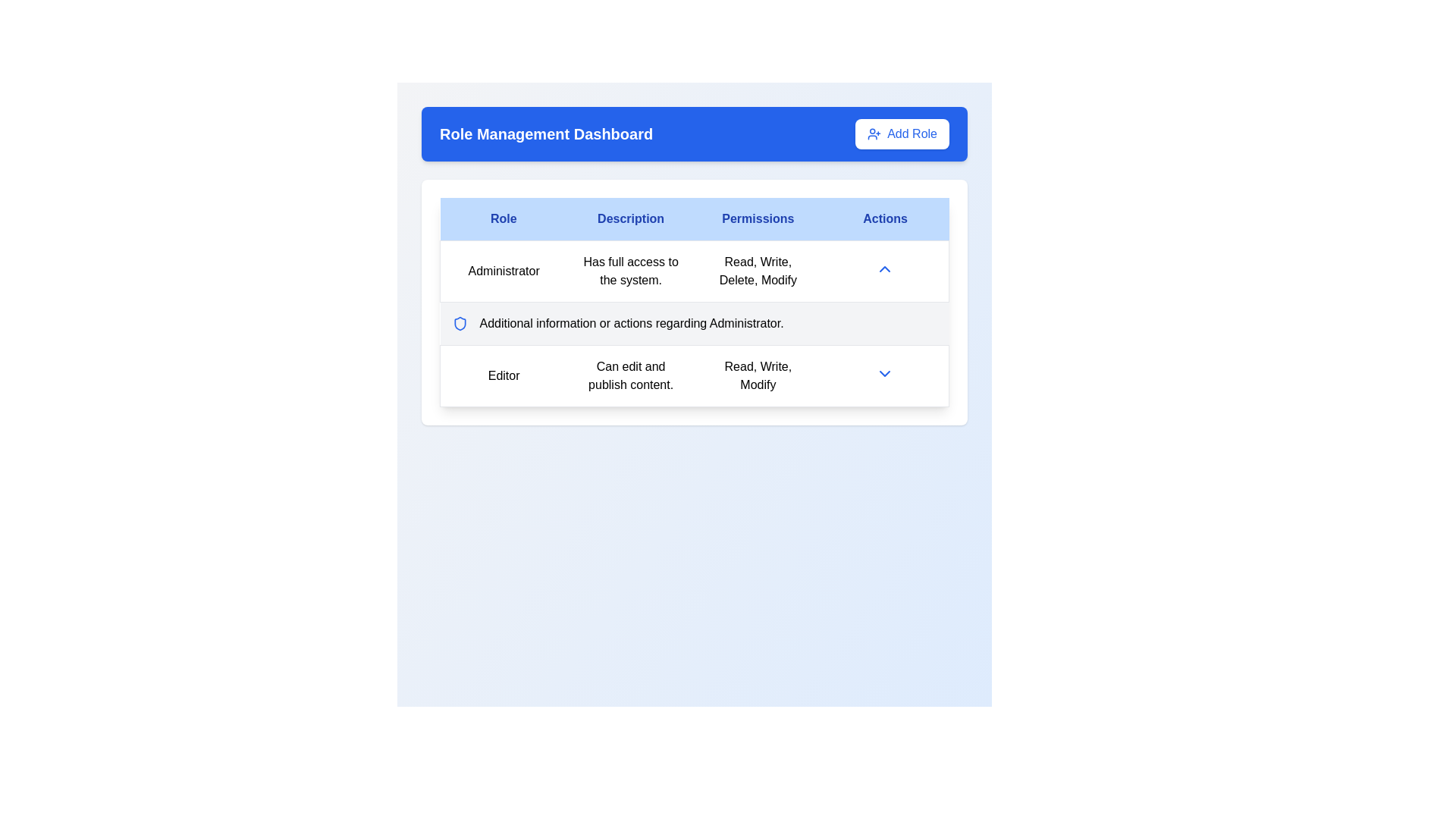 This screenshot has height=819, width=1456. What do you see at coordinates (631, 271) in the screenshot?
I see `the text label containing 'Has full access to the system.' in the 'Description' column of the Role Management Dashboard` at bounding box center [631, 271].